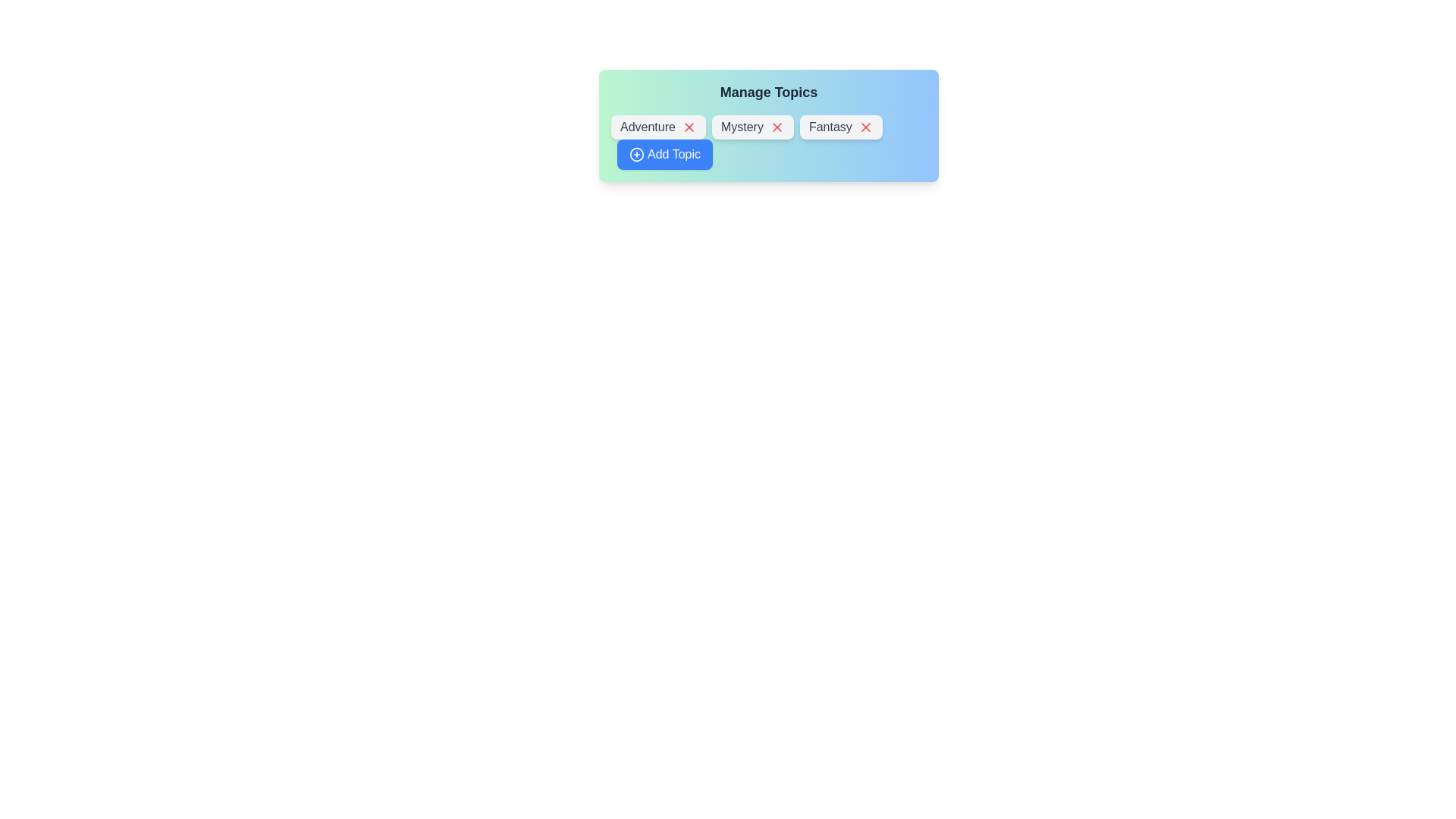 The image size is (1456, 819). I want to click on the text of the chip label Adventure for copying, so click(648, 127).